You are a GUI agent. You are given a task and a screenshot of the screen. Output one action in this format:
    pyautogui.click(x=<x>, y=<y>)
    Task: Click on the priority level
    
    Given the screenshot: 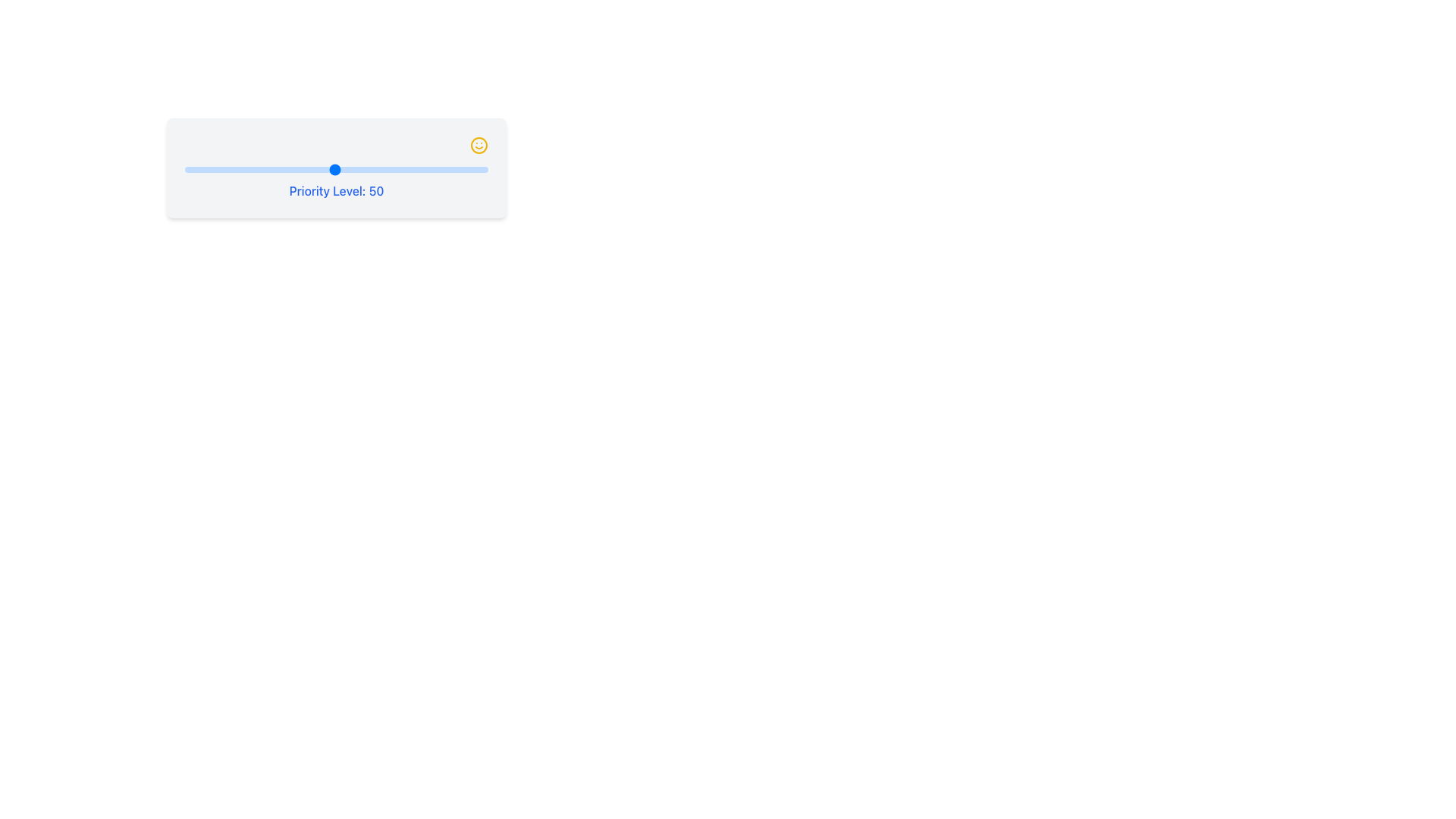 What is the action you would take?
    pyautogui.click(x=369, y=169)
    